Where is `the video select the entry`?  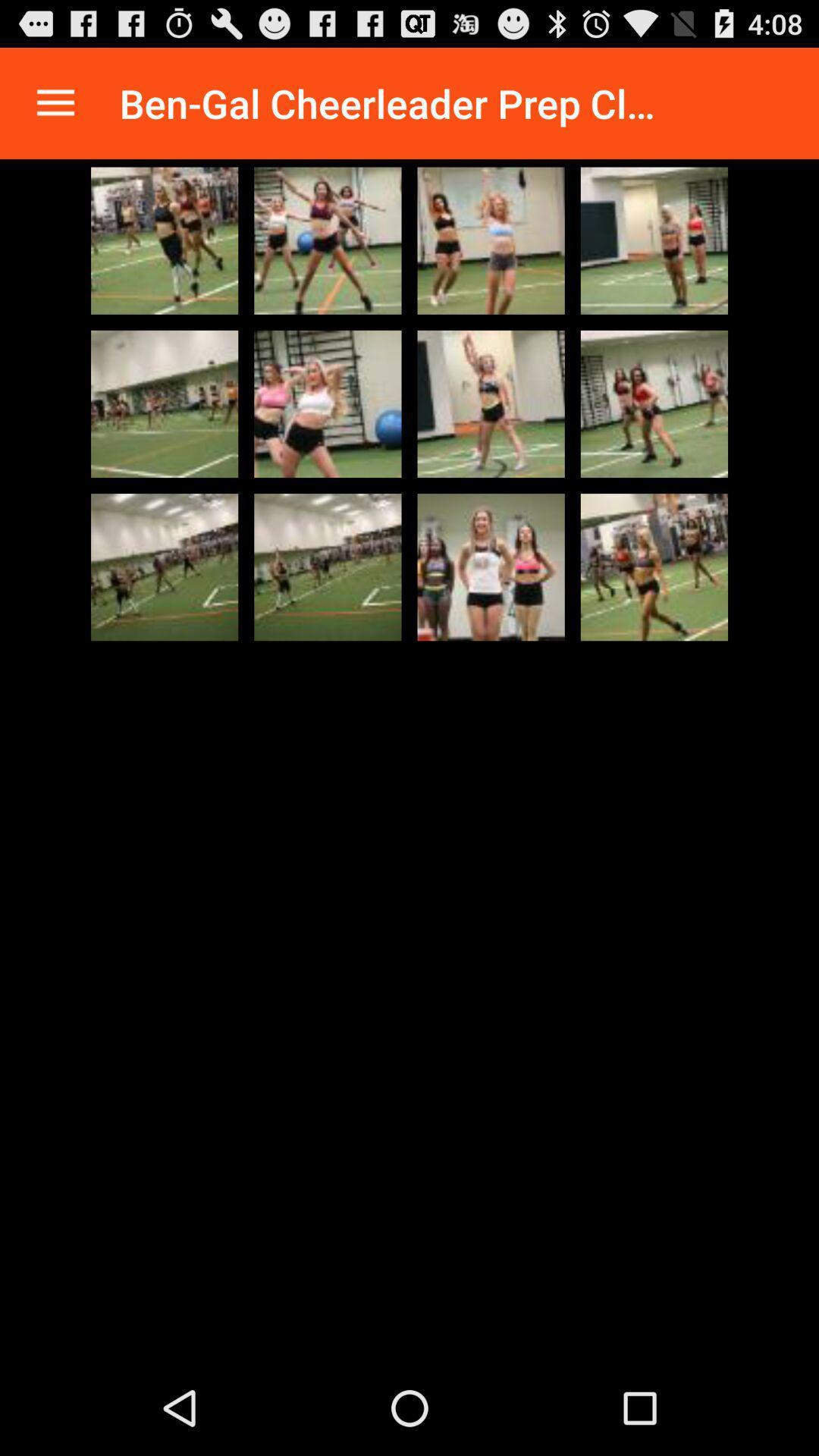 the video select the entry is located at coordinates (653, 403).